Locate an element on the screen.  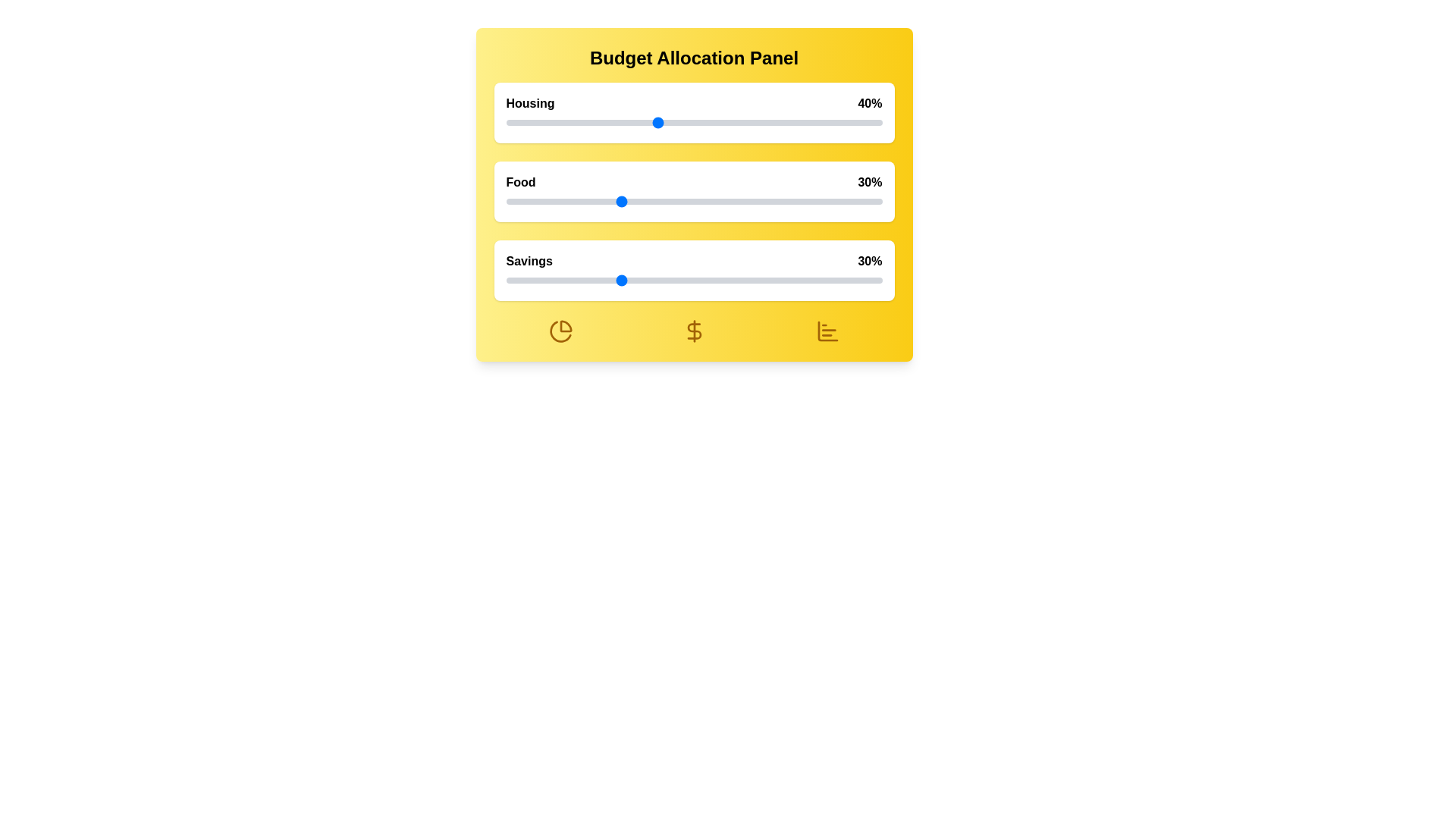
the slider is located at coordinates (595, 281).